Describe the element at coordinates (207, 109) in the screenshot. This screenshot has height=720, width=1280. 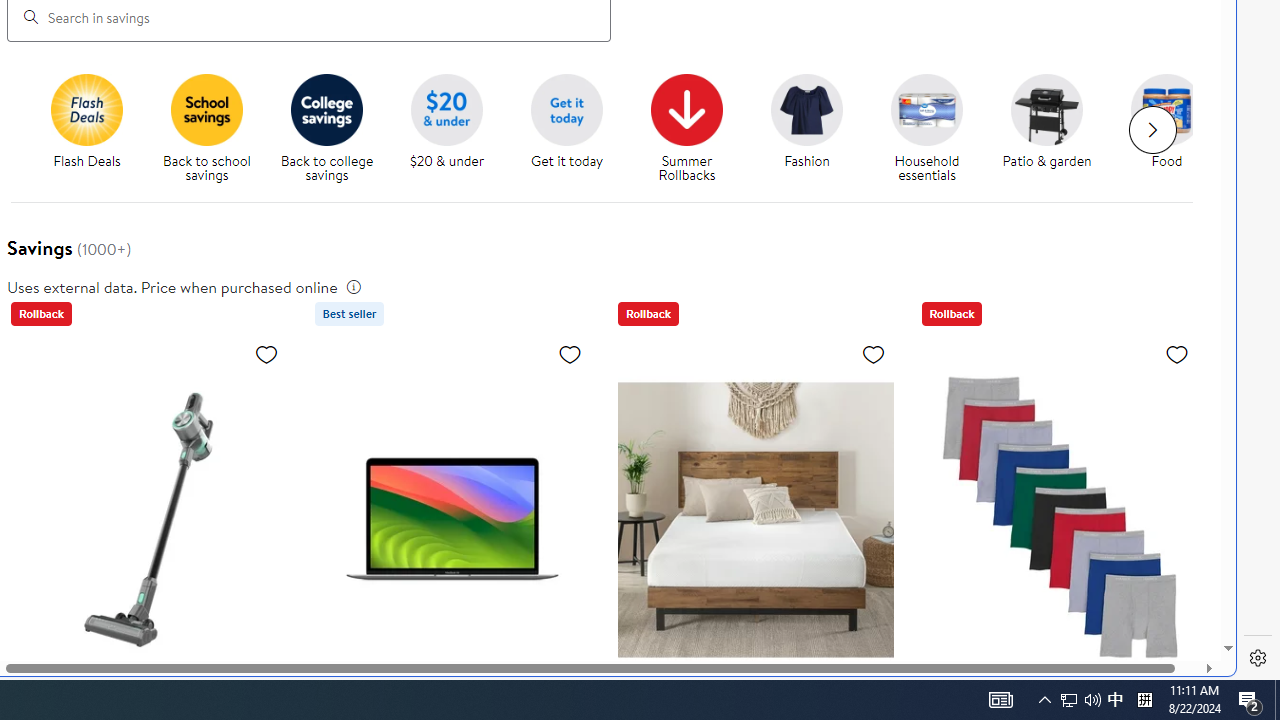
I see `'Back to School savings'` at that location.